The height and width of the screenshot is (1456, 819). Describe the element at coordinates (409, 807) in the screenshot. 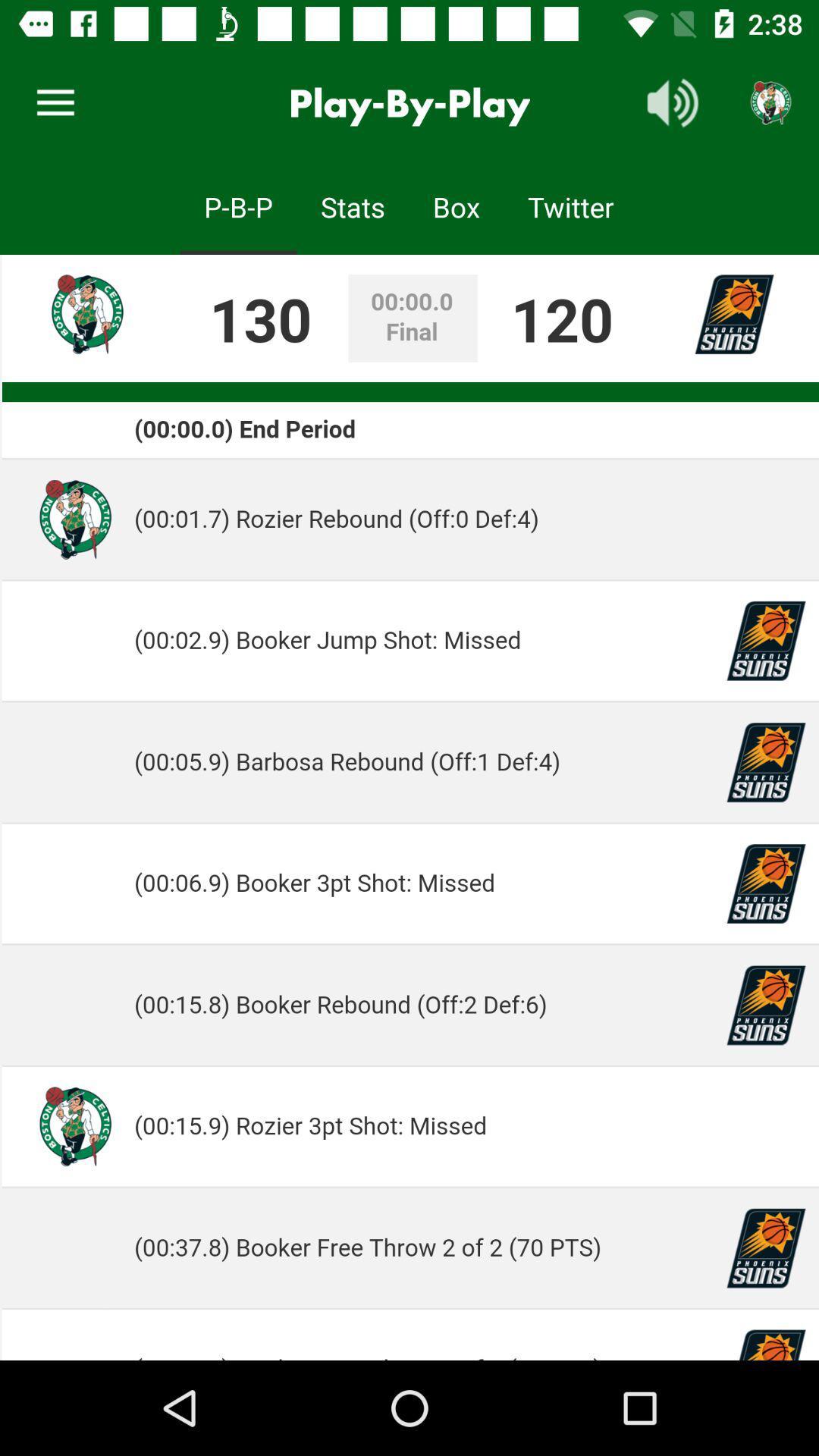

I see `the advertisement` at that location.